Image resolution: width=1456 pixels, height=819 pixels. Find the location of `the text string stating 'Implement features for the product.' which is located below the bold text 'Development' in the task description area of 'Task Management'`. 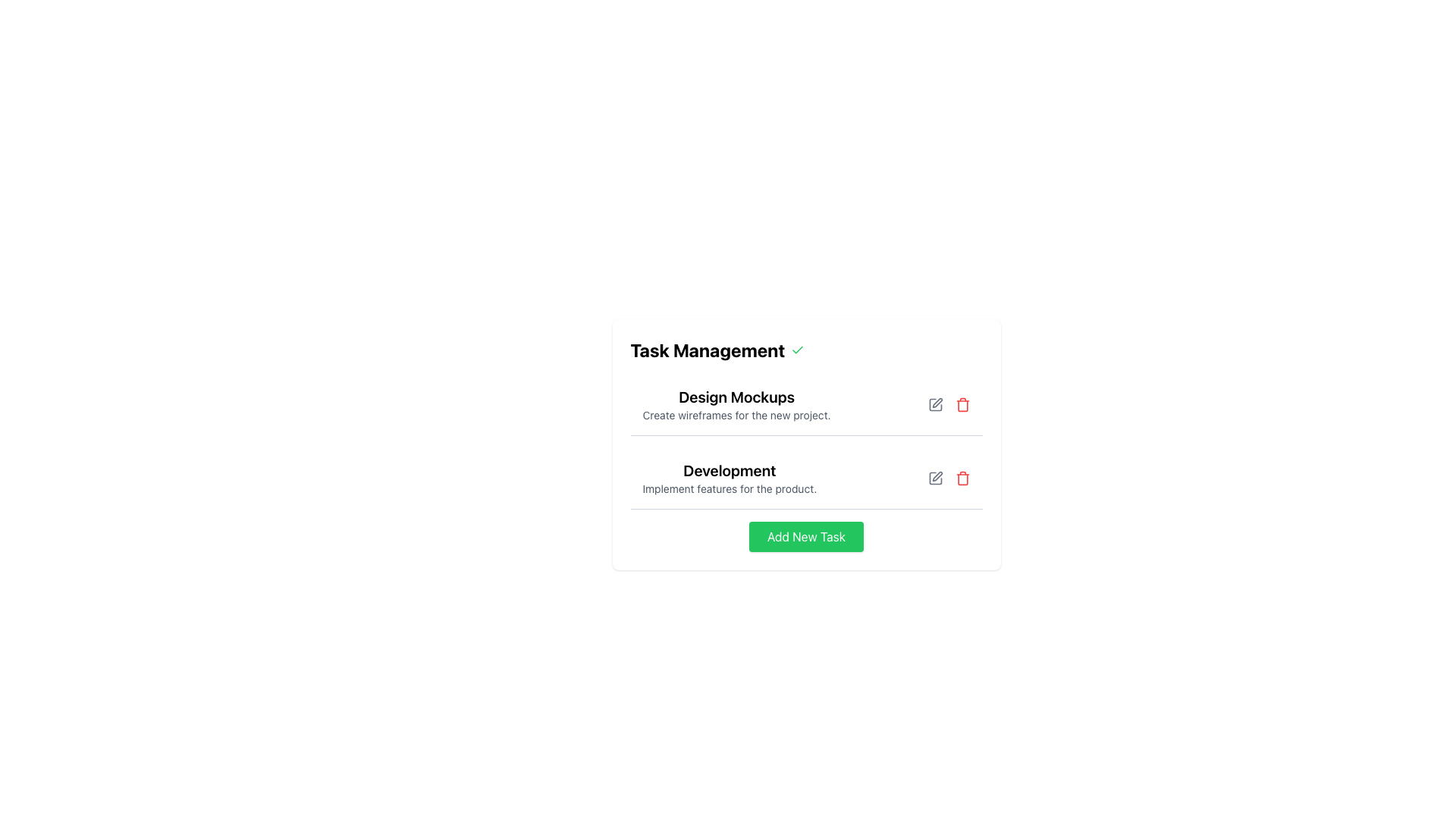

the text string stating 'Implement features for the product.' which is located below the bold text 'Development' in the task description area of 'Task Management' is located at coordinates (730, 488).